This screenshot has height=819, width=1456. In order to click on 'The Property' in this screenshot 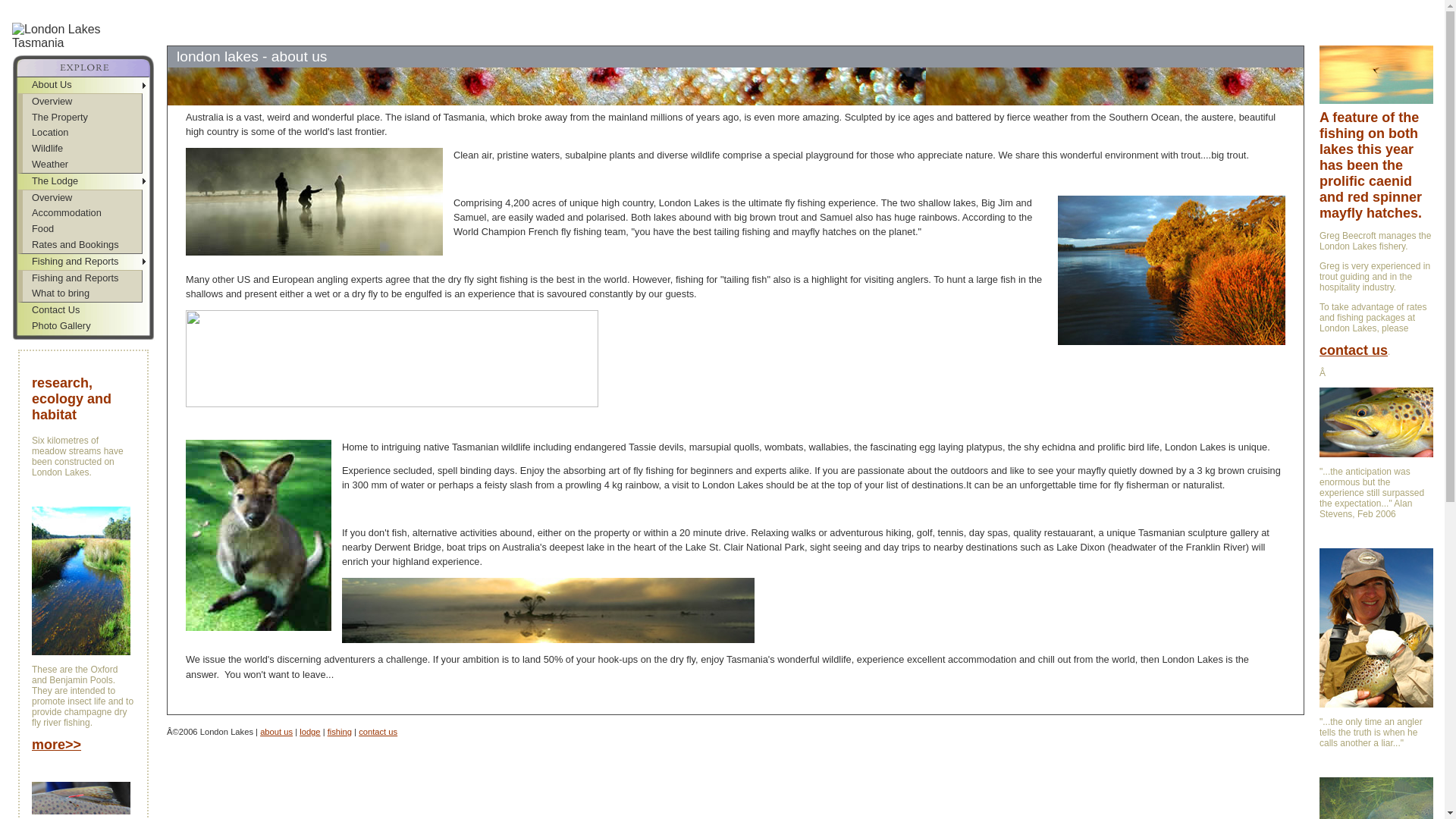, I will do `click(81, 117)`.